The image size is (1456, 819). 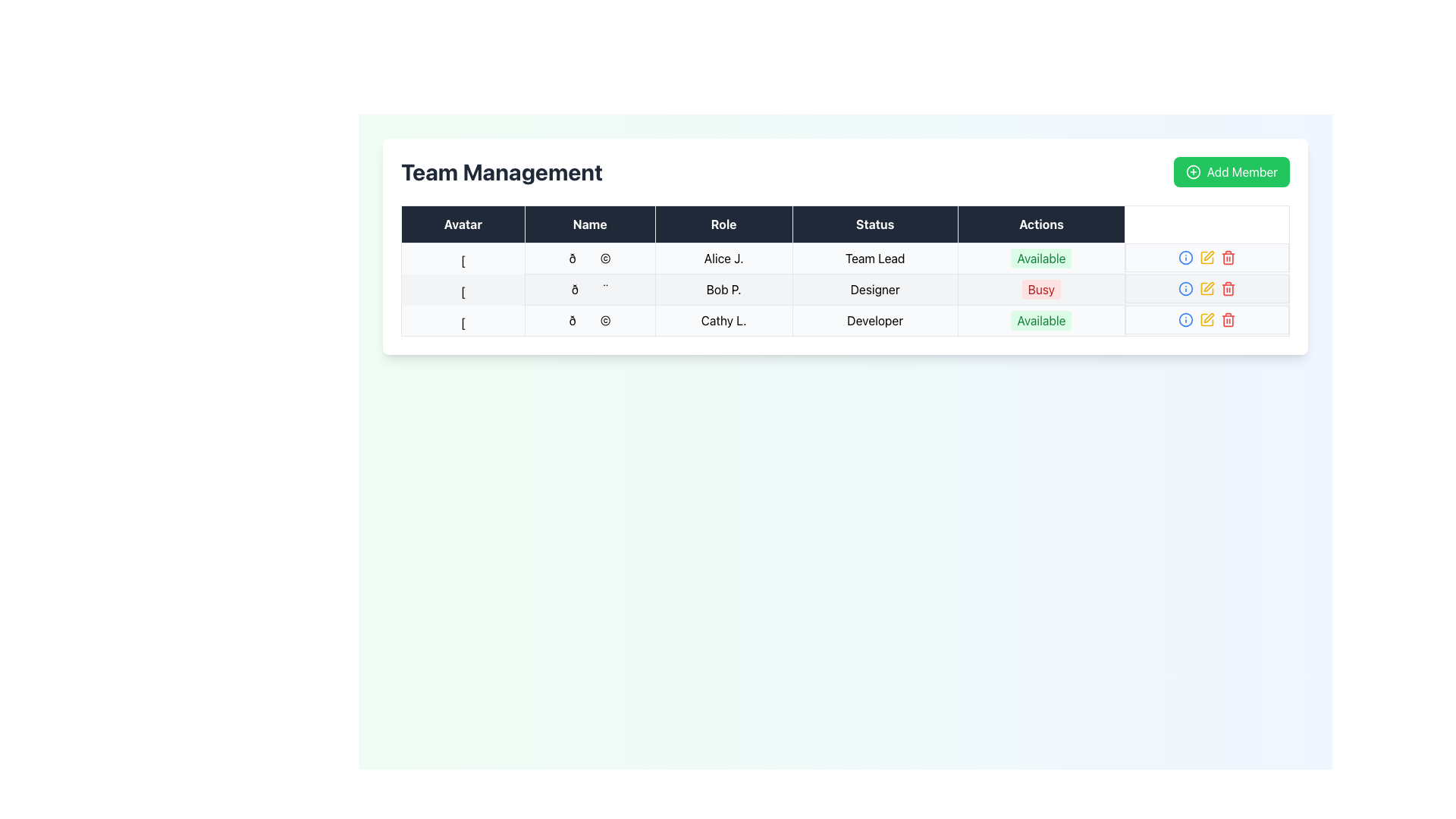 I want to click on the Circle SVG graphical element located in the 'Actions' column of the second row of the table, so click(x=1185, y=256).